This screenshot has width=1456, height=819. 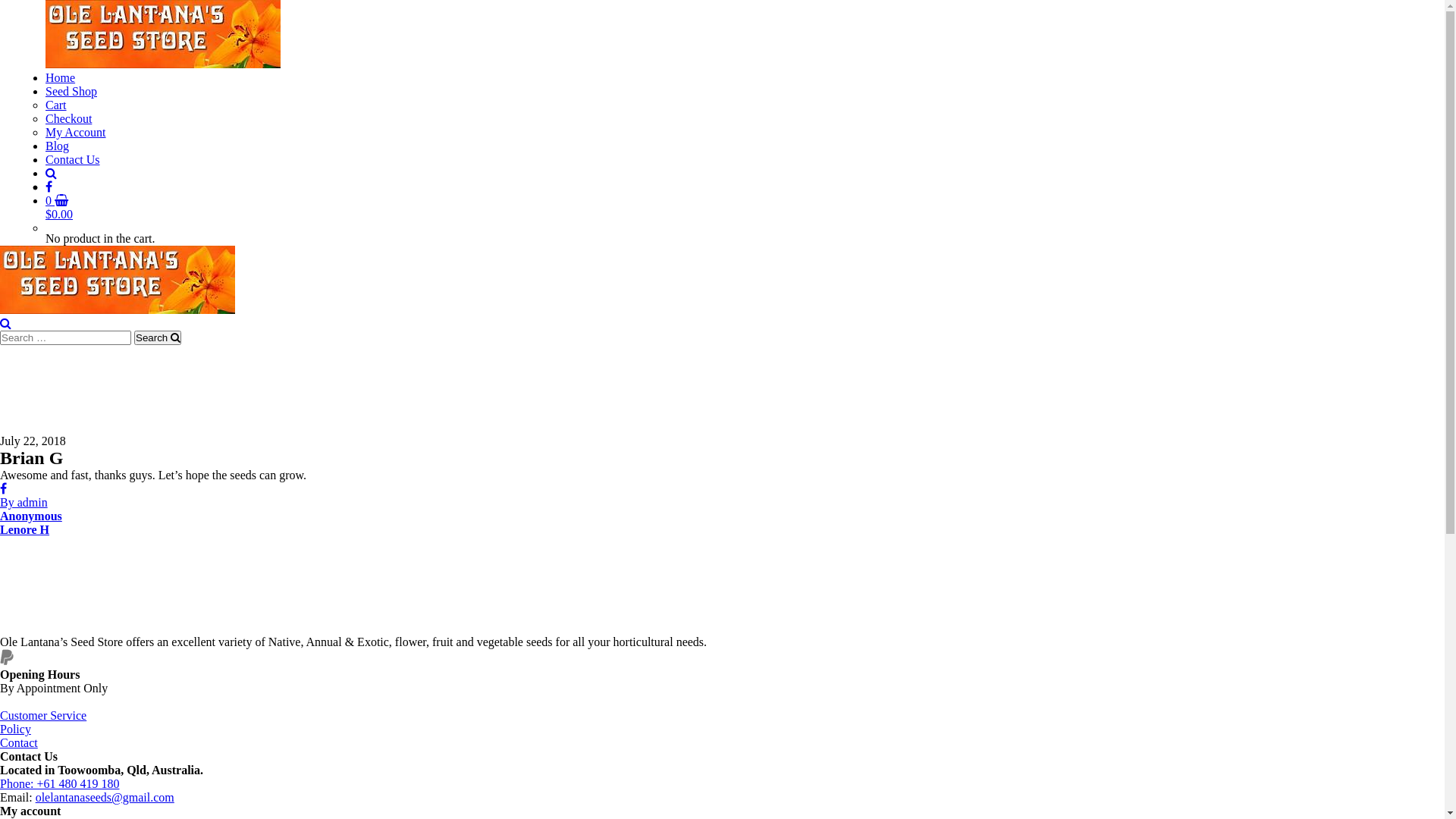 I want to click on 'Phone: +61 480 419 180', so click(x=59, y=783).